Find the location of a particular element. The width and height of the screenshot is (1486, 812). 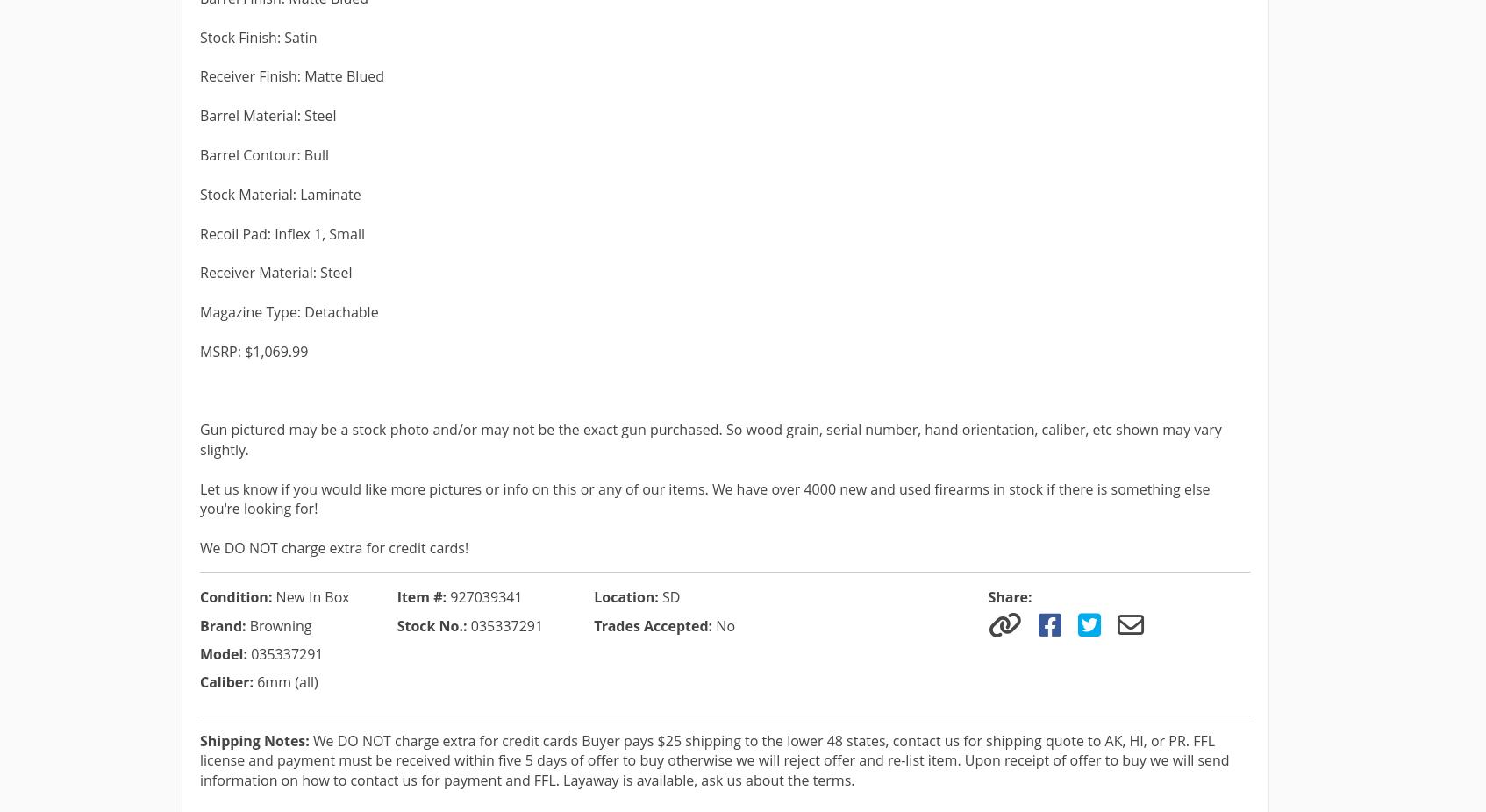

'Receiver Finish: Matte Blued' is located at coordinates (292, 75).